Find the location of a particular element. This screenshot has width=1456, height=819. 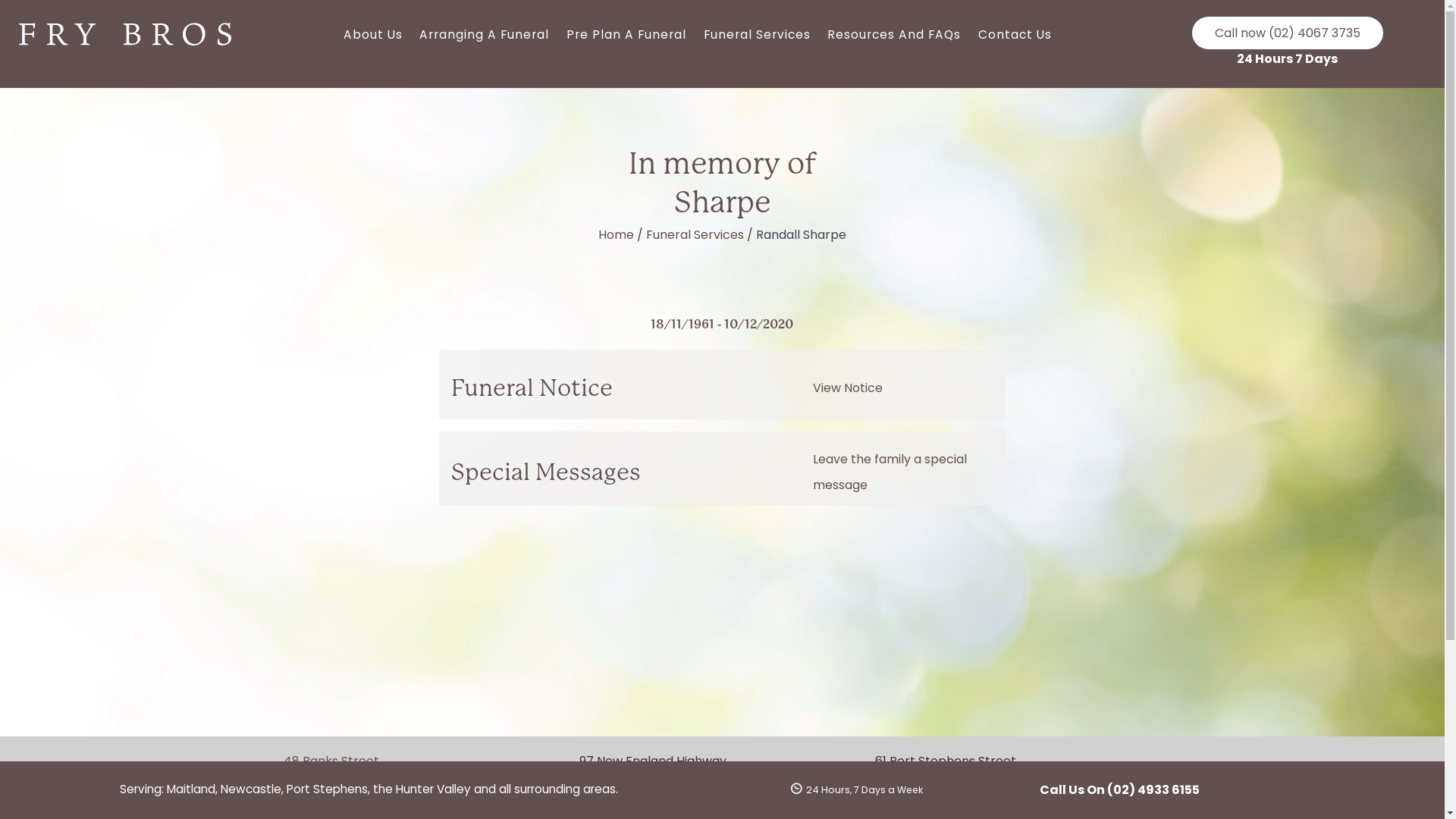

'Call now (02) 4067 3735' is located at coordinates (1287, 33).